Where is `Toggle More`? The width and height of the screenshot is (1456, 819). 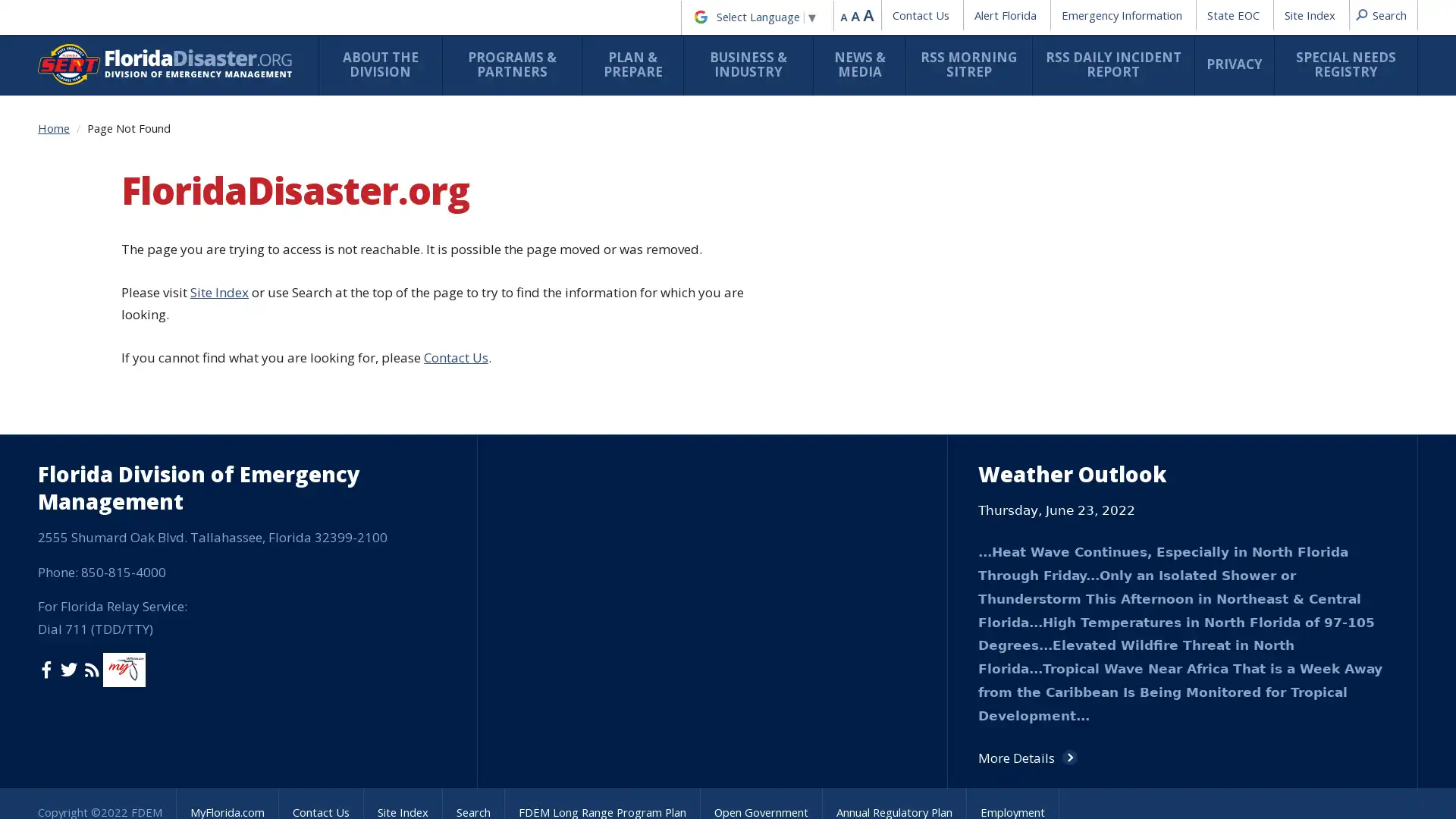 Toggle More is located at coordinates (455, 512).